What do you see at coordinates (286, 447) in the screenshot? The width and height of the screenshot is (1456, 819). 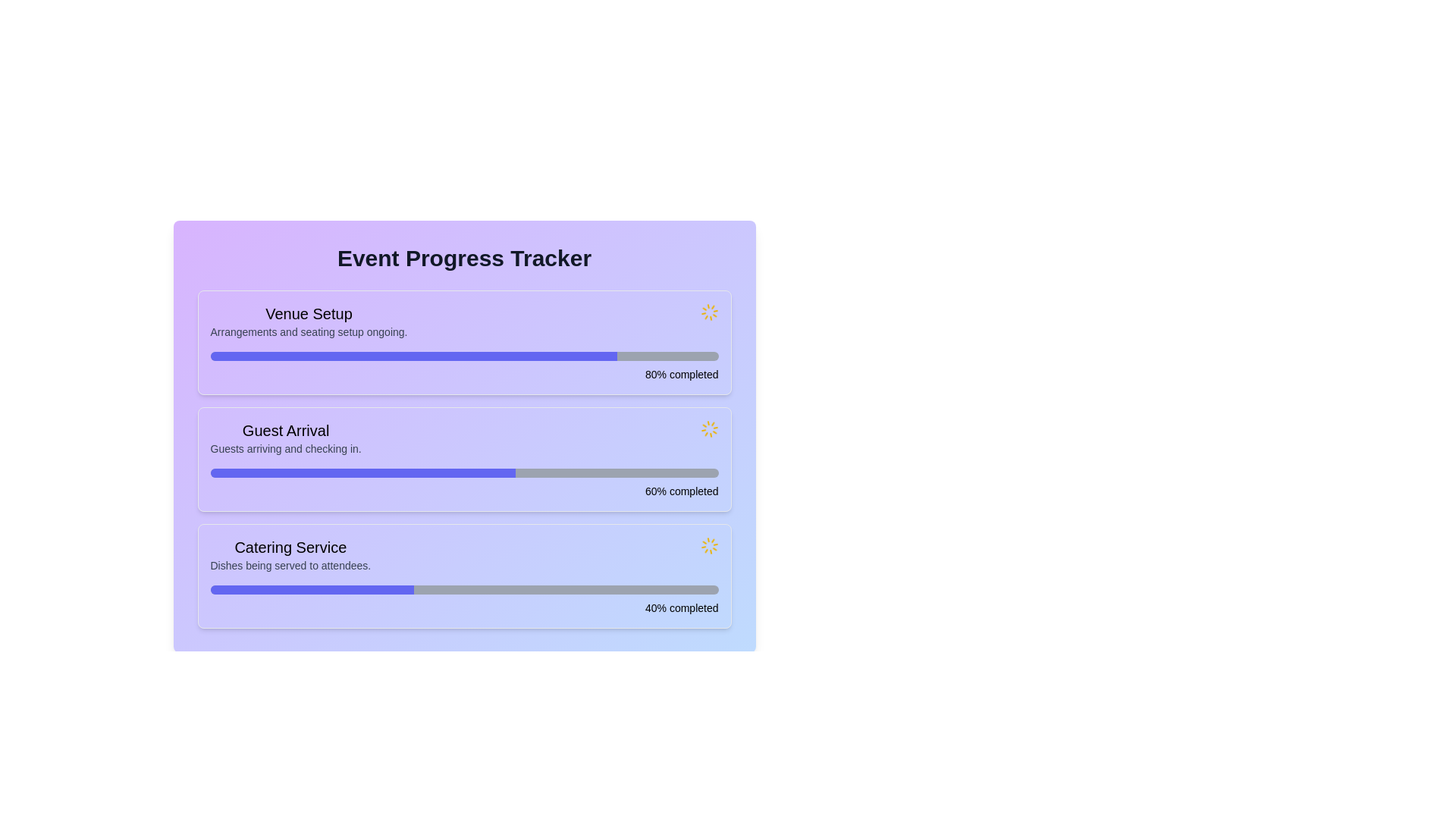 I see `text label displaying 'Guests arriving and checking in.' which is styled in gray and located below the 'Guest Arrival' section header` at bounding box center [286, 447].